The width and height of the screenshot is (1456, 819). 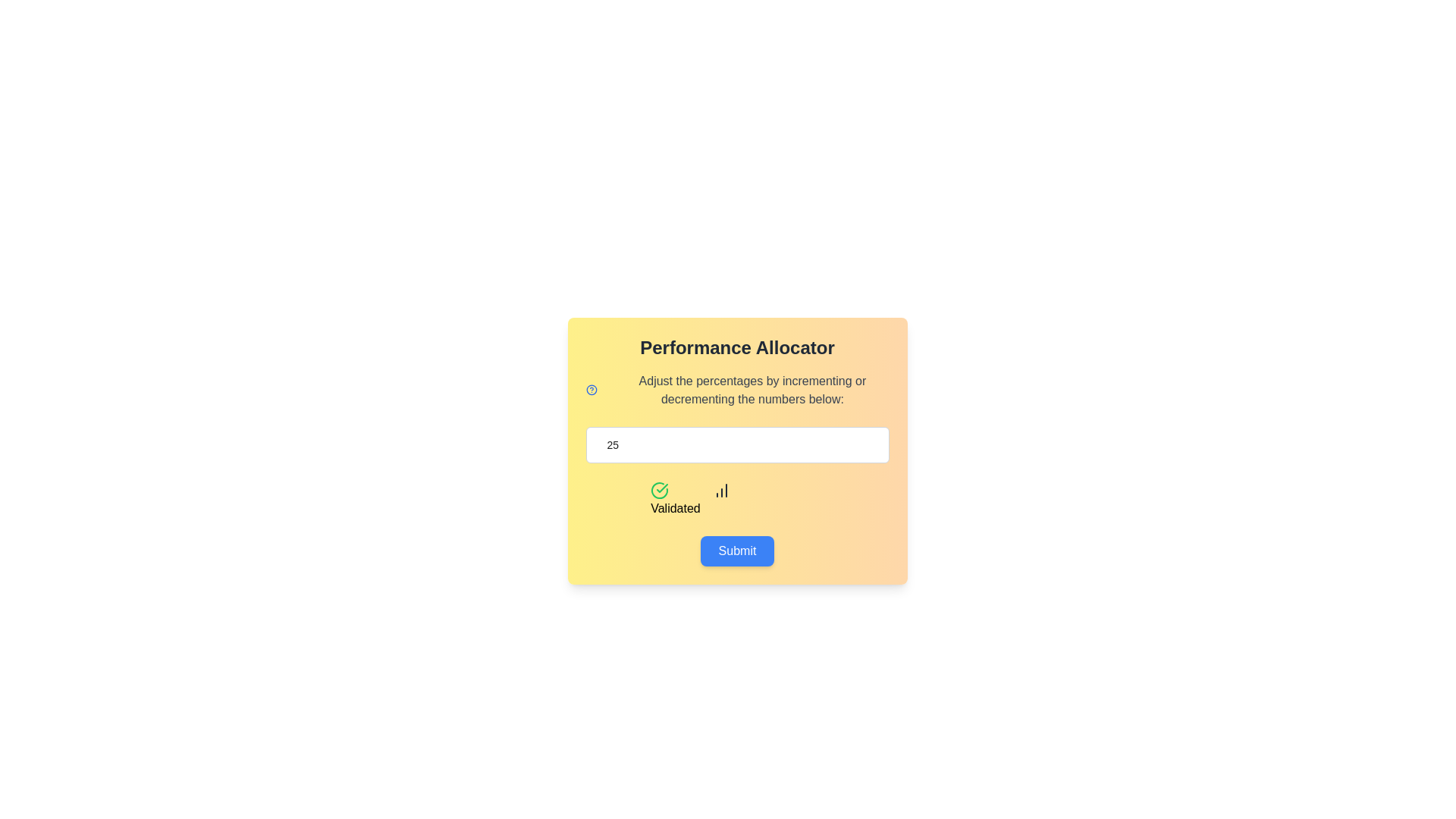 I want to click on the circular green icon with a checkmark that indicates validation, located in the yellow section of the interface, to the left of the 'Validated' label text, so click(x=660, y=491).